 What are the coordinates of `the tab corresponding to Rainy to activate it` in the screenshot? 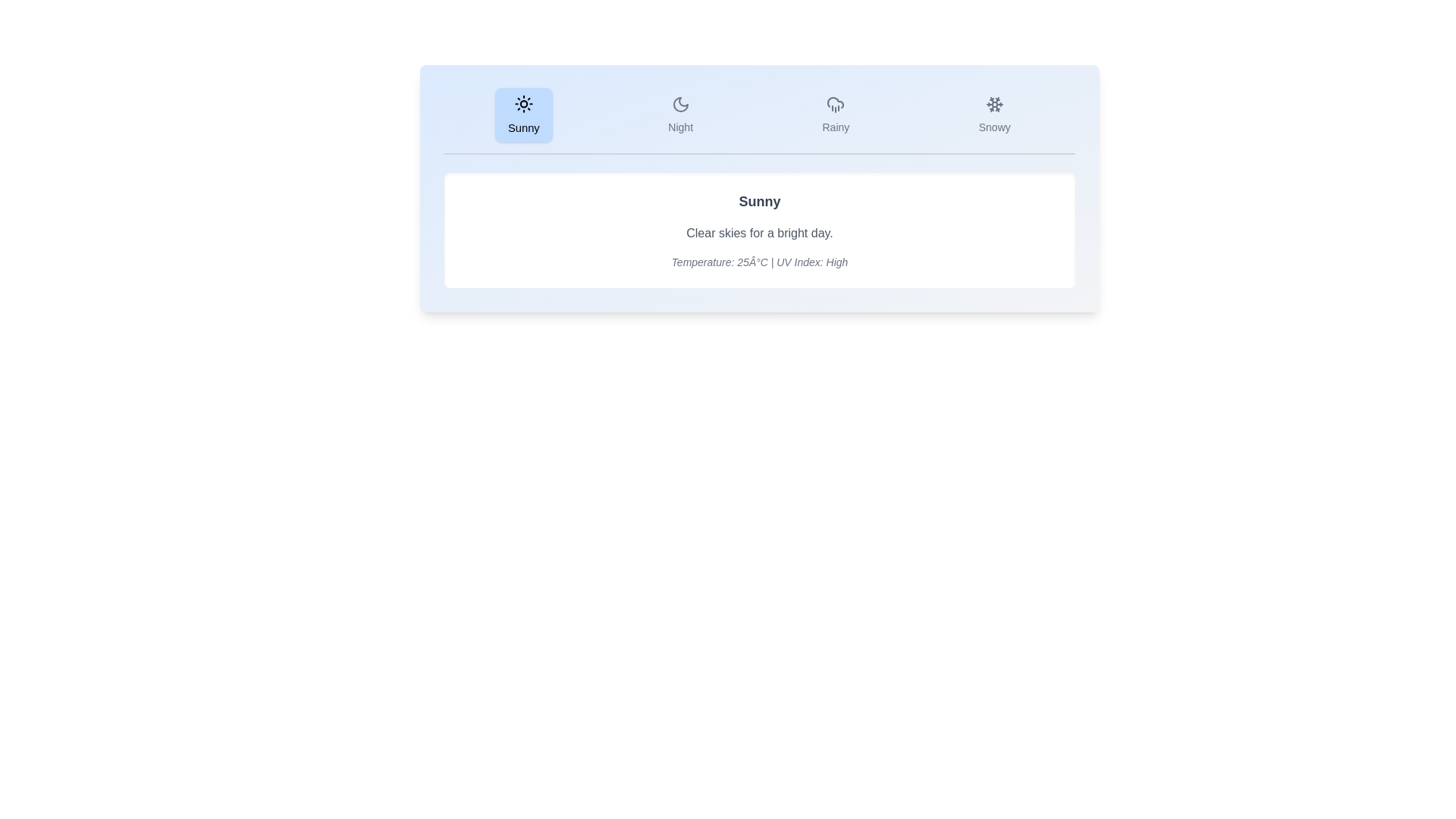 It's located at (835, 114).